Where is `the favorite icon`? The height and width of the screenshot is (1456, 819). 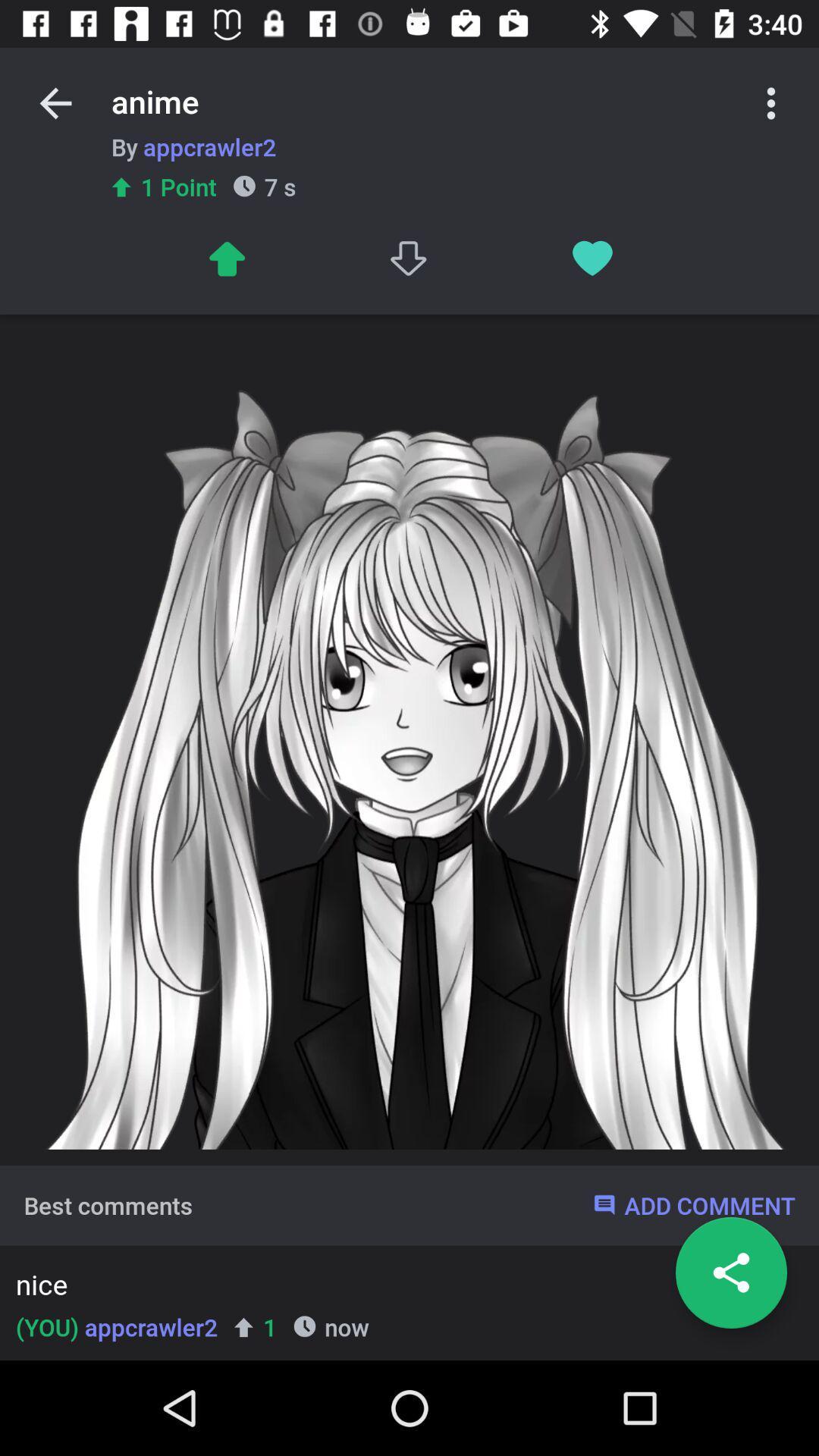
the favorite icon is located at coordinates (591, 259).